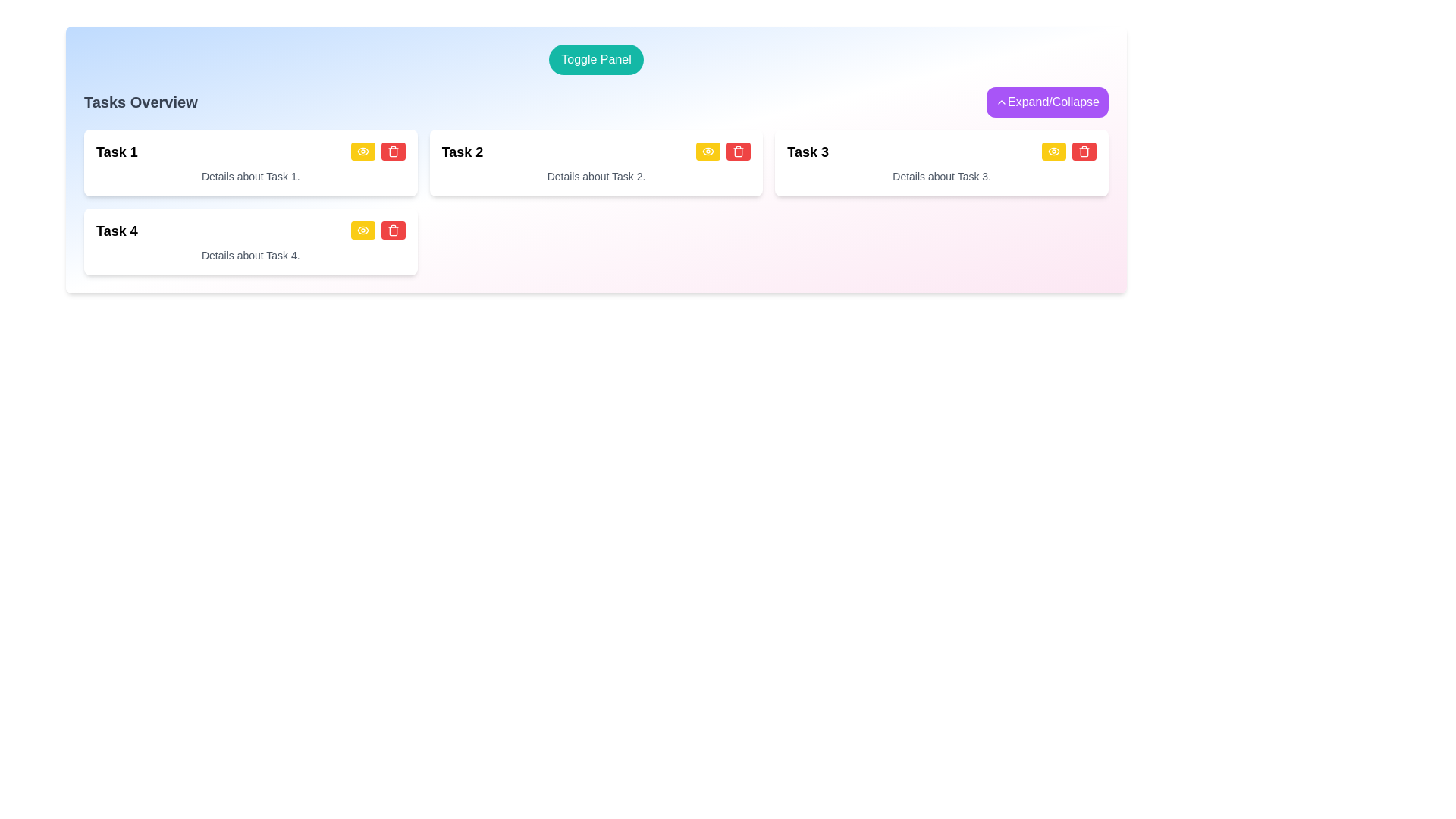  I want to click on the visibility icon located in the second task box before the red trash icon, so click(708, 151).